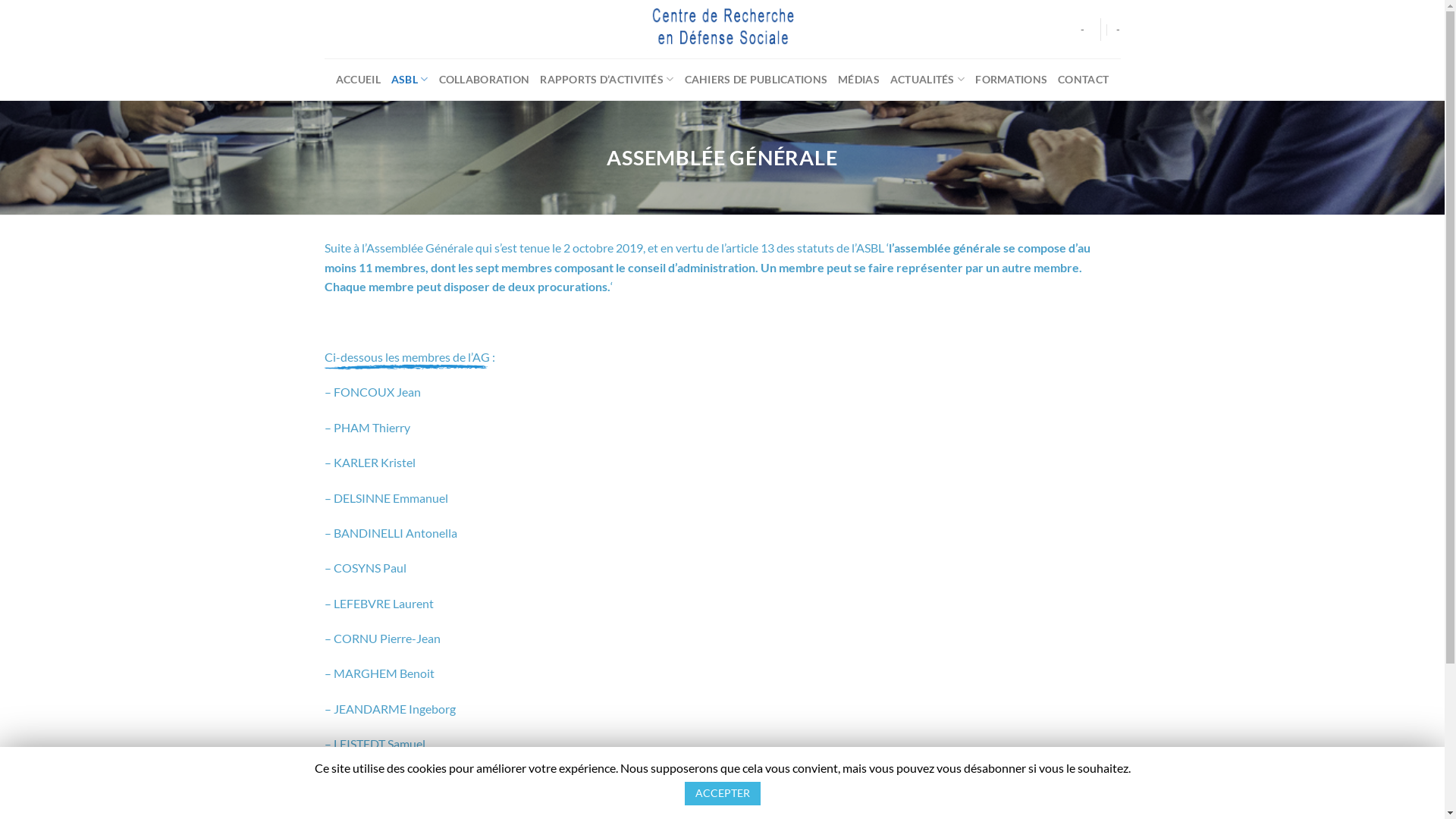  Describe the element at coordinates (483, 79) in the screenshot. I see `'COLLABORATION'` at that location.